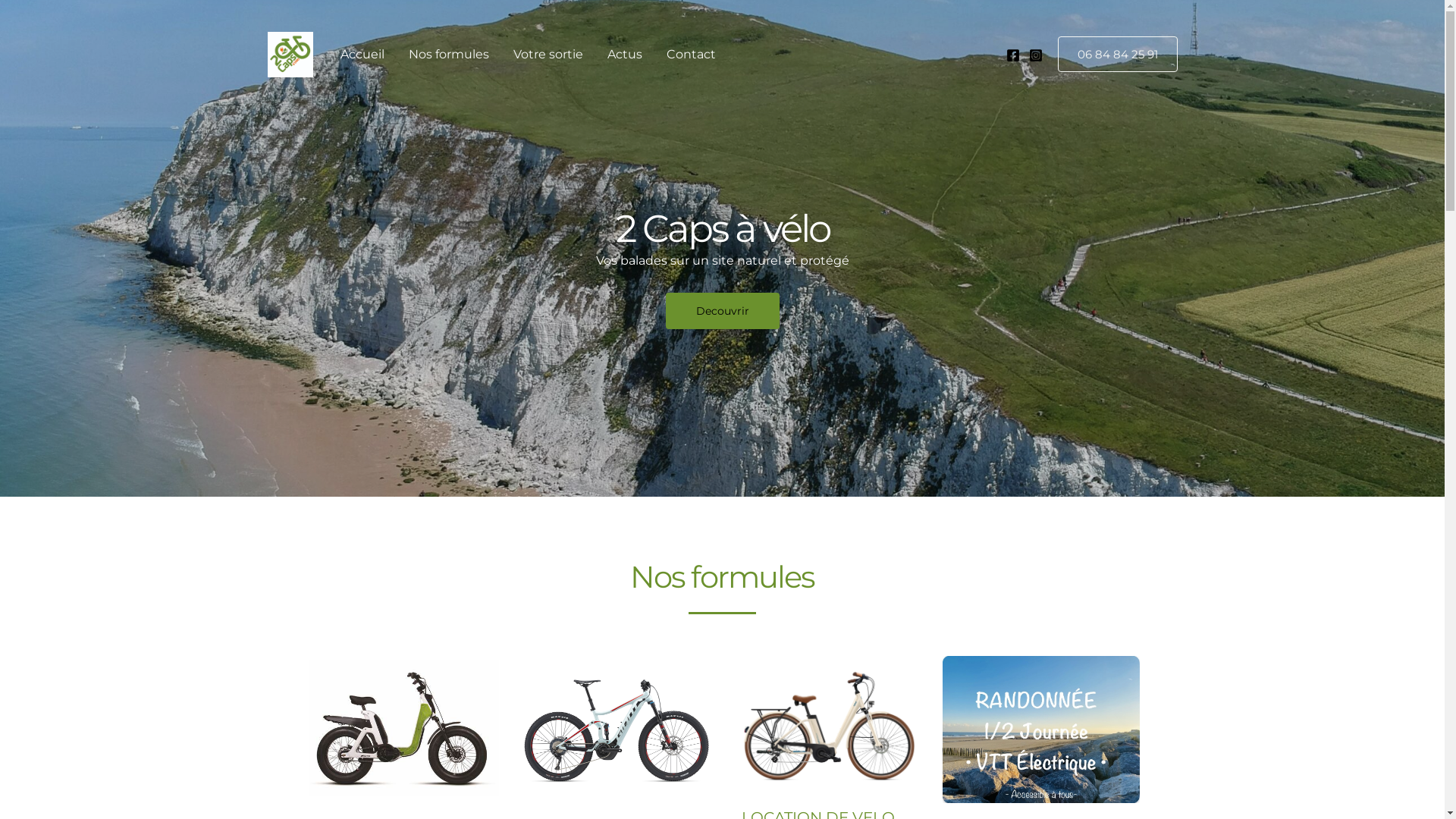 This screenshot has width=1456, height=819. I want to click on 'Actus', so click(623, 53).